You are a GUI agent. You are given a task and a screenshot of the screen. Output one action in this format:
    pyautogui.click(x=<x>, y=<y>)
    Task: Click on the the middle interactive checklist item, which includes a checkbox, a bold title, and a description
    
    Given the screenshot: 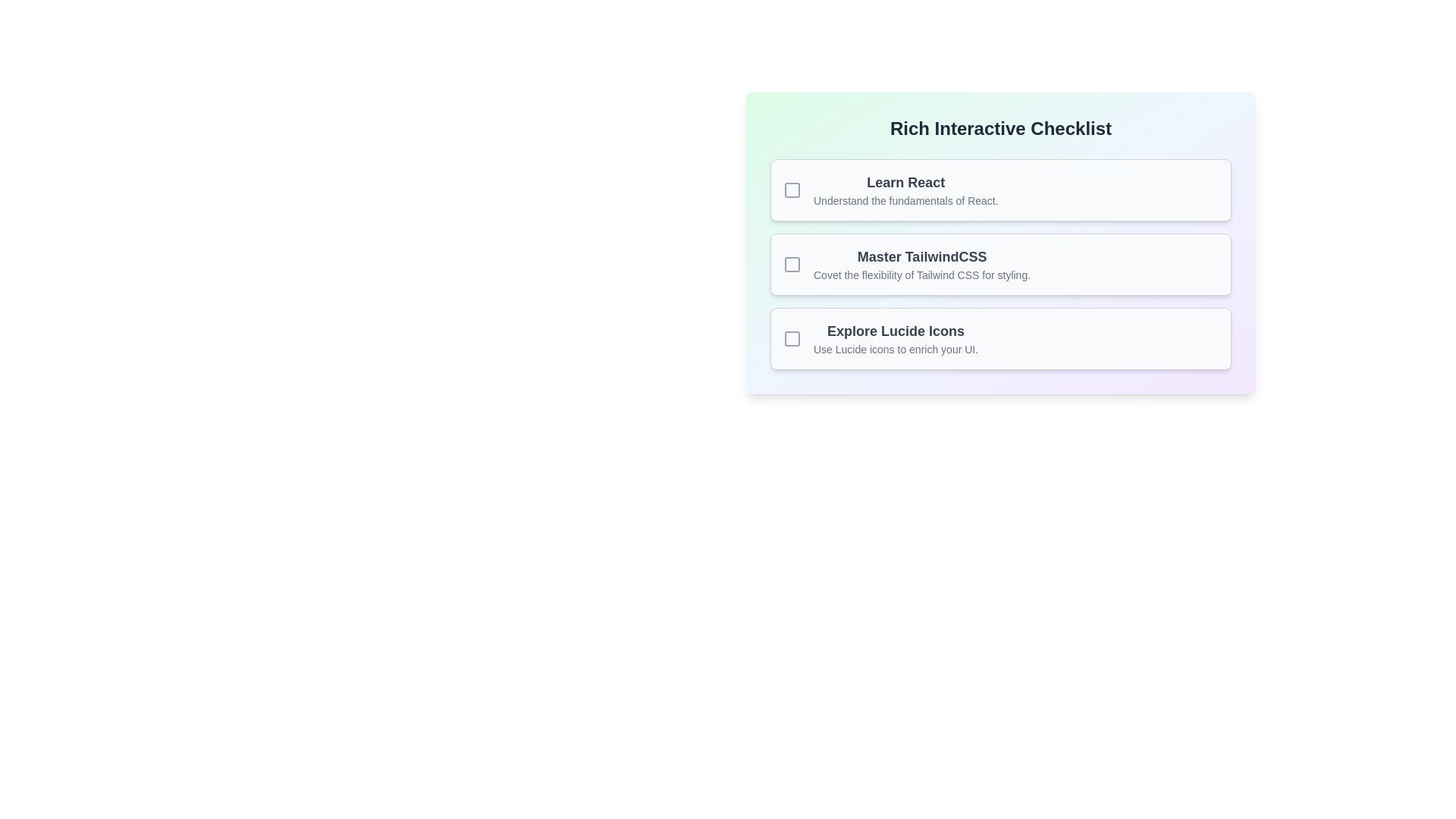 What is the action you would take?
    pyautogui.click(x=1001, y=263)
    